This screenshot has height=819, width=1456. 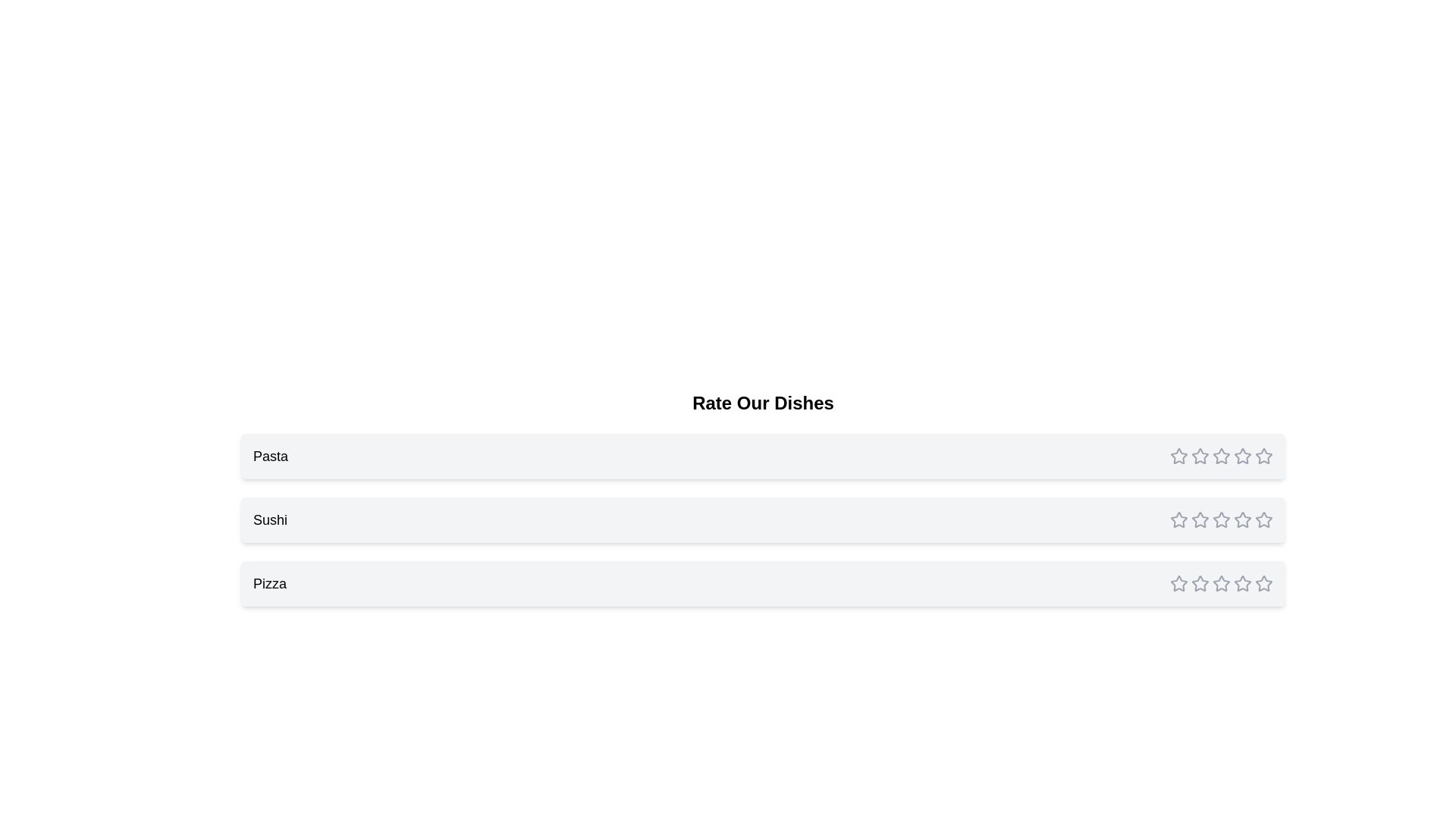 What do you see at coordinates (1178, 455) in the screenshot?
I see `the first interactive star icon in the Sushi rating section to rate the item` at bounding box center [1178, 455].